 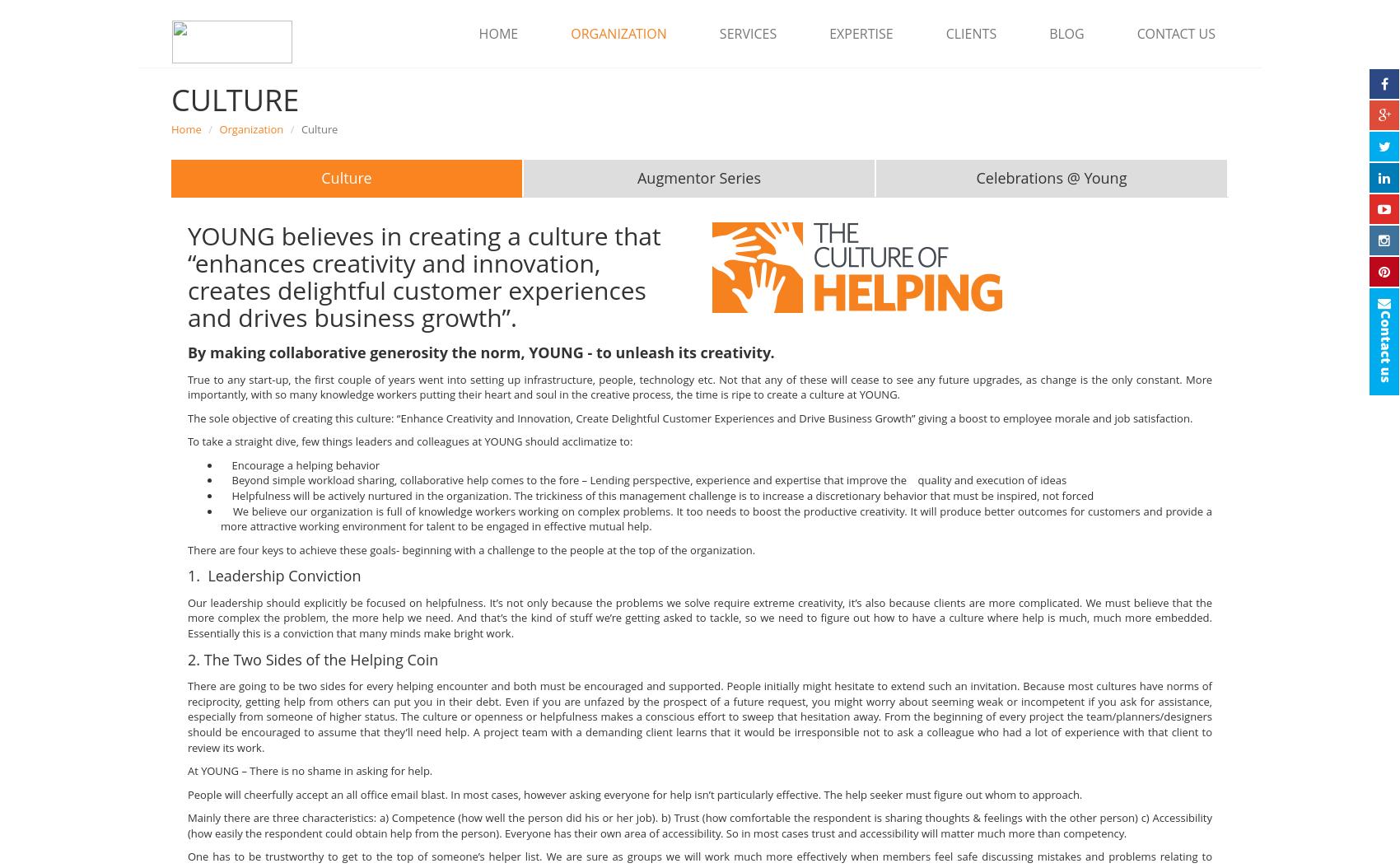 What do you see at coordinates (1051, 177) in the screenshot?
I see `'Celebrations @ Young'` at bounding box center [1051, 177].